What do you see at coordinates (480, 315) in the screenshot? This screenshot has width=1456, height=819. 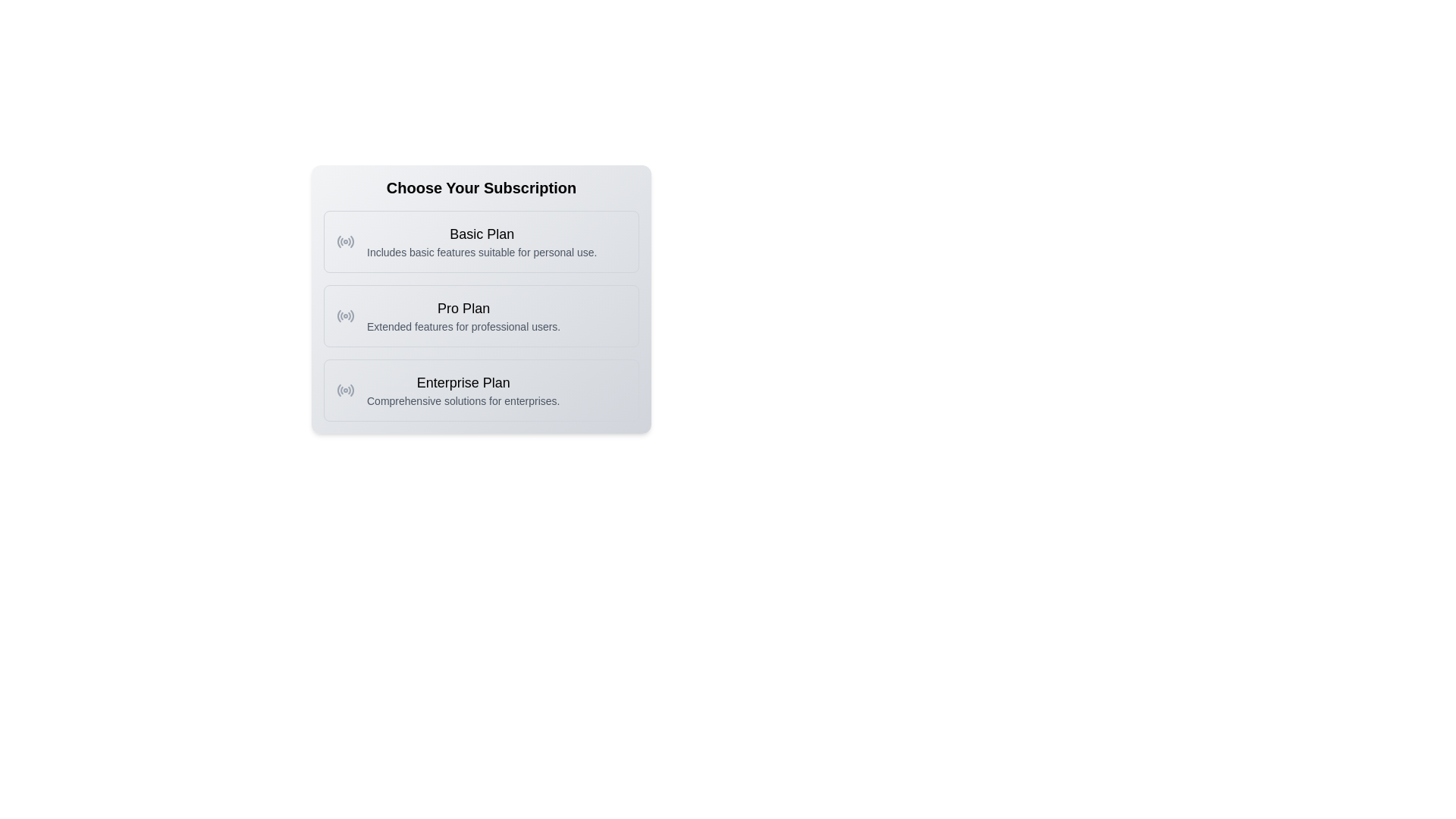 I see `the 'Pro Plan' subscription option button located in the middle of the vertically stacked list of subscription options under the header 'Choose Your Subscription'` at bounding box center [480, 315].